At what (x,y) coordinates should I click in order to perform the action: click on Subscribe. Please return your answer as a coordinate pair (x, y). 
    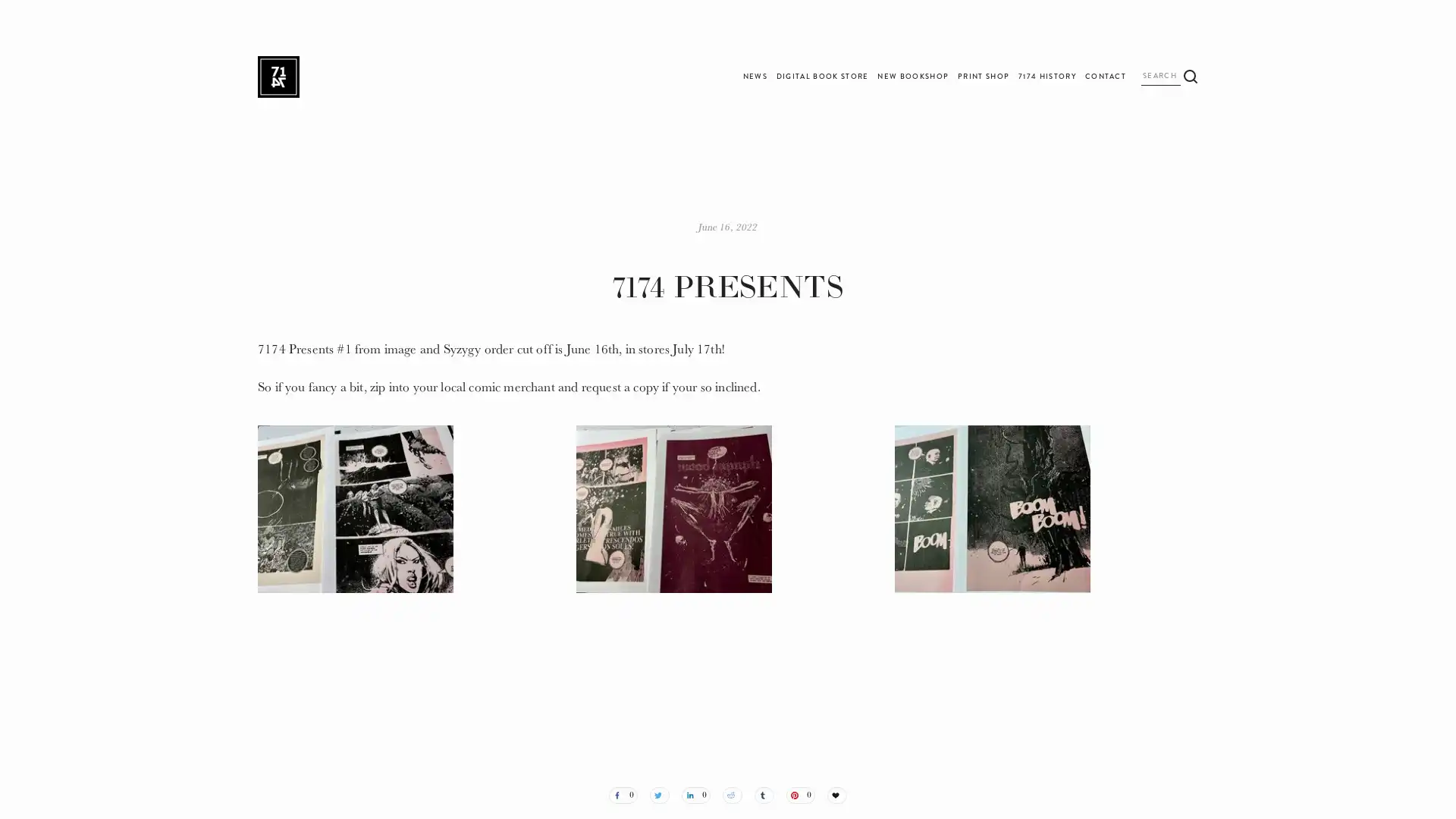
    Looking at the image, I should click on (856, 444).